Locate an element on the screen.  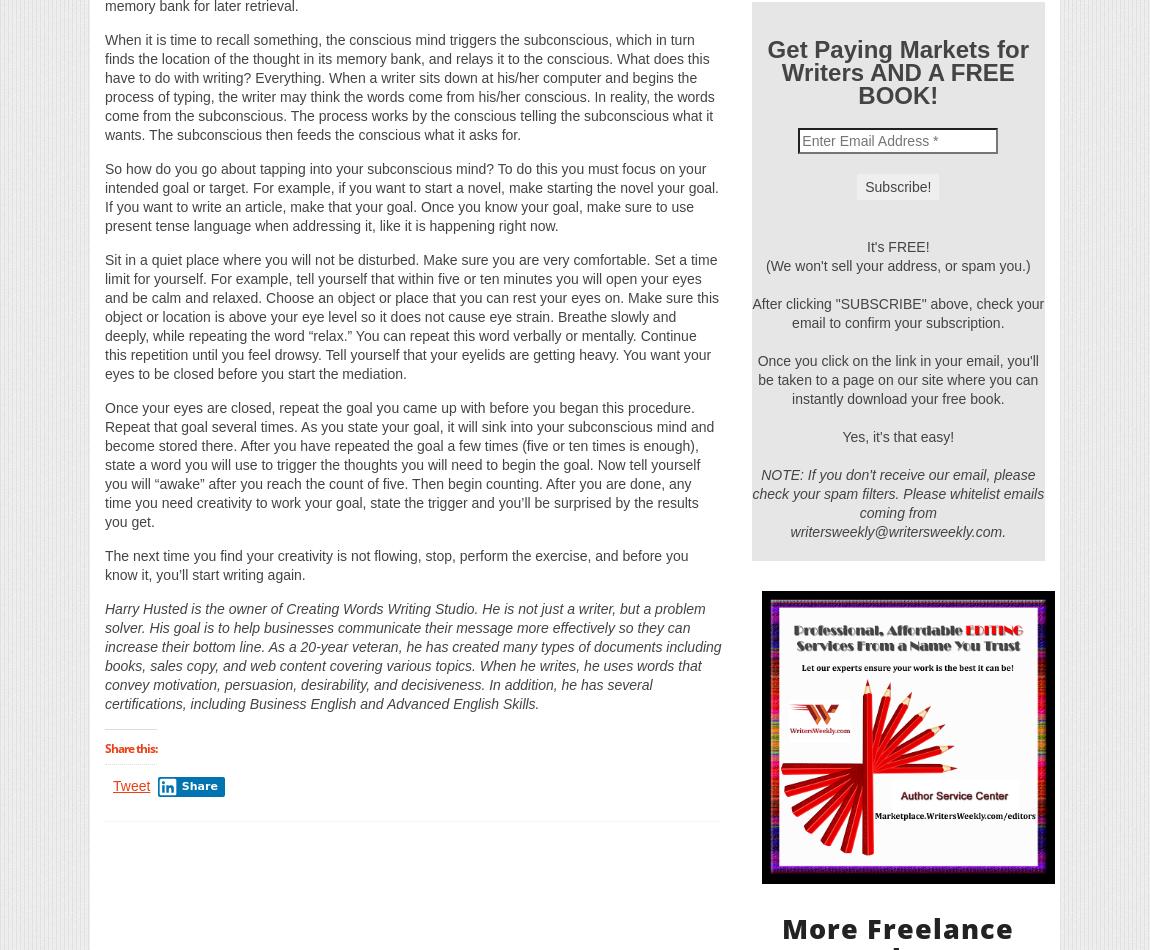
'Share this:' is located at coordinates (129, 746).